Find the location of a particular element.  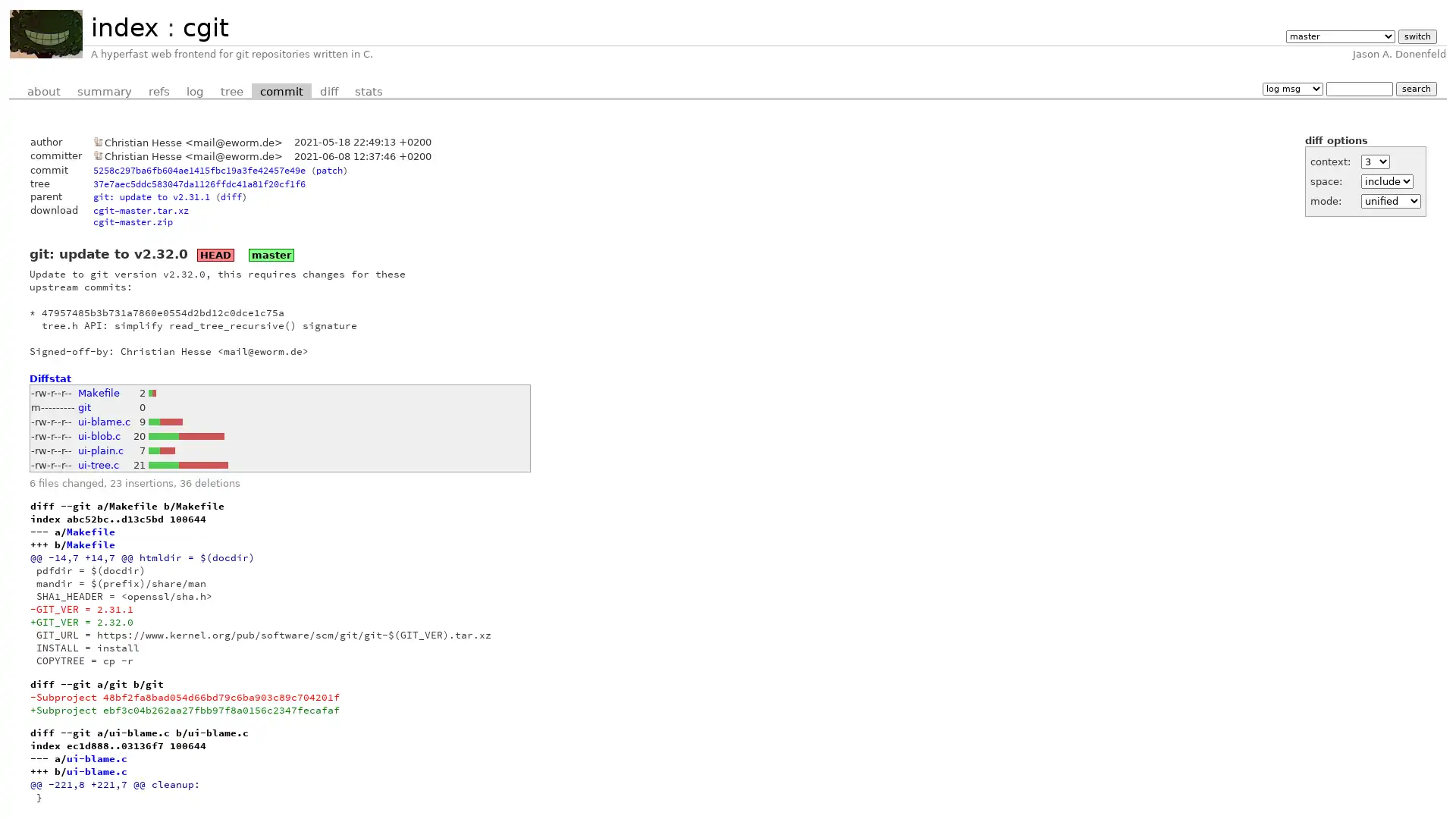

switch is located at coordinates (1416, 36).